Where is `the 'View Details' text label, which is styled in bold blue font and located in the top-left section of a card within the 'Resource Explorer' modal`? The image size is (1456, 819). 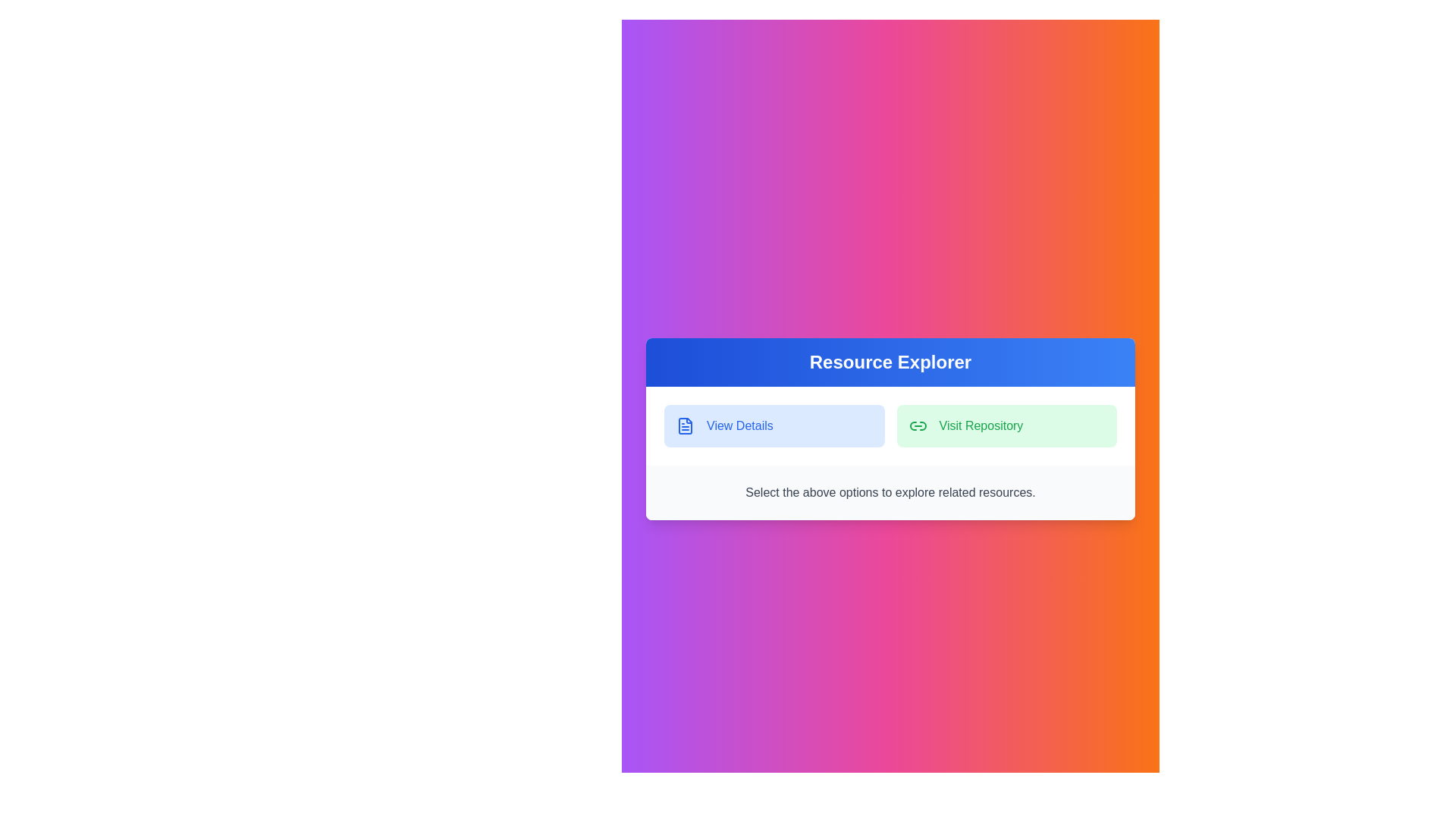
the 'View Details' text label, which is styled in bold blue font and located in the top-left section of a card within the 'Resource Explorer' modal is located at coordinates (739, 426).